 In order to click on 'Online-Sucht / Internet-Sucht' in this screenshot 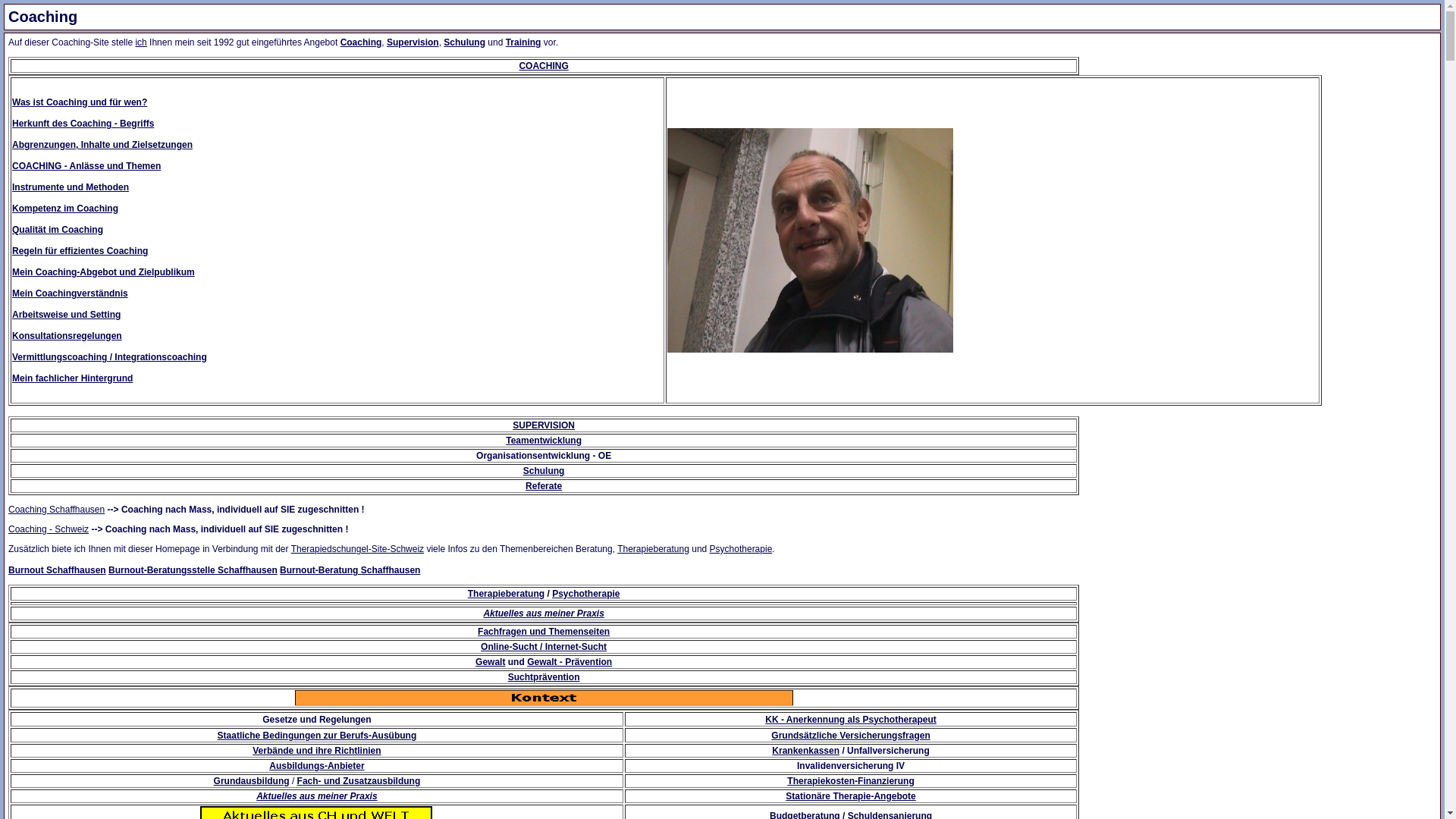, I will do `click(543, 646)`.